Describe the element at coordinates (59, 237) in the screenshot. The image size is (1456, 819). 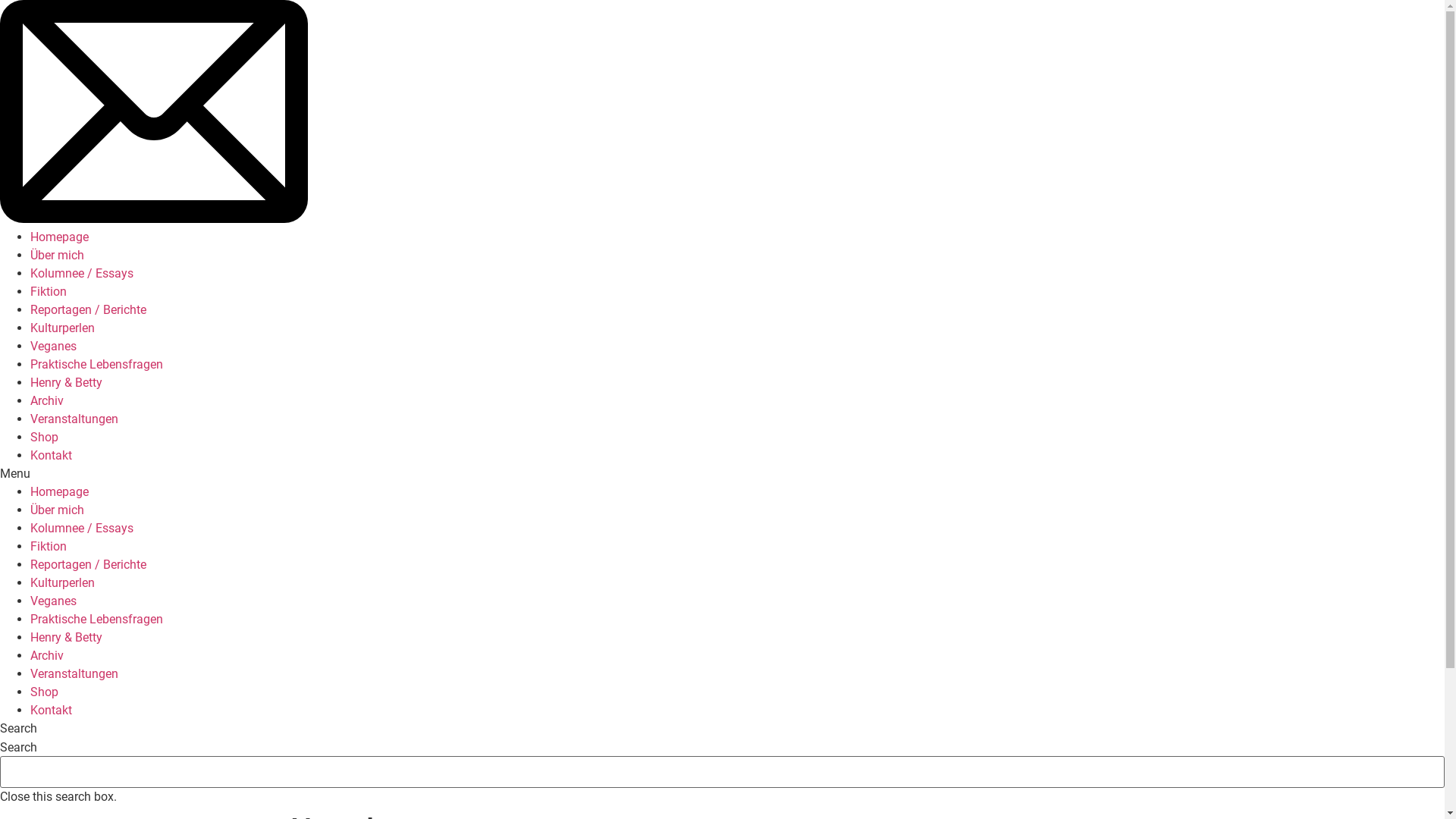
I see `'Homepage'` at that location.